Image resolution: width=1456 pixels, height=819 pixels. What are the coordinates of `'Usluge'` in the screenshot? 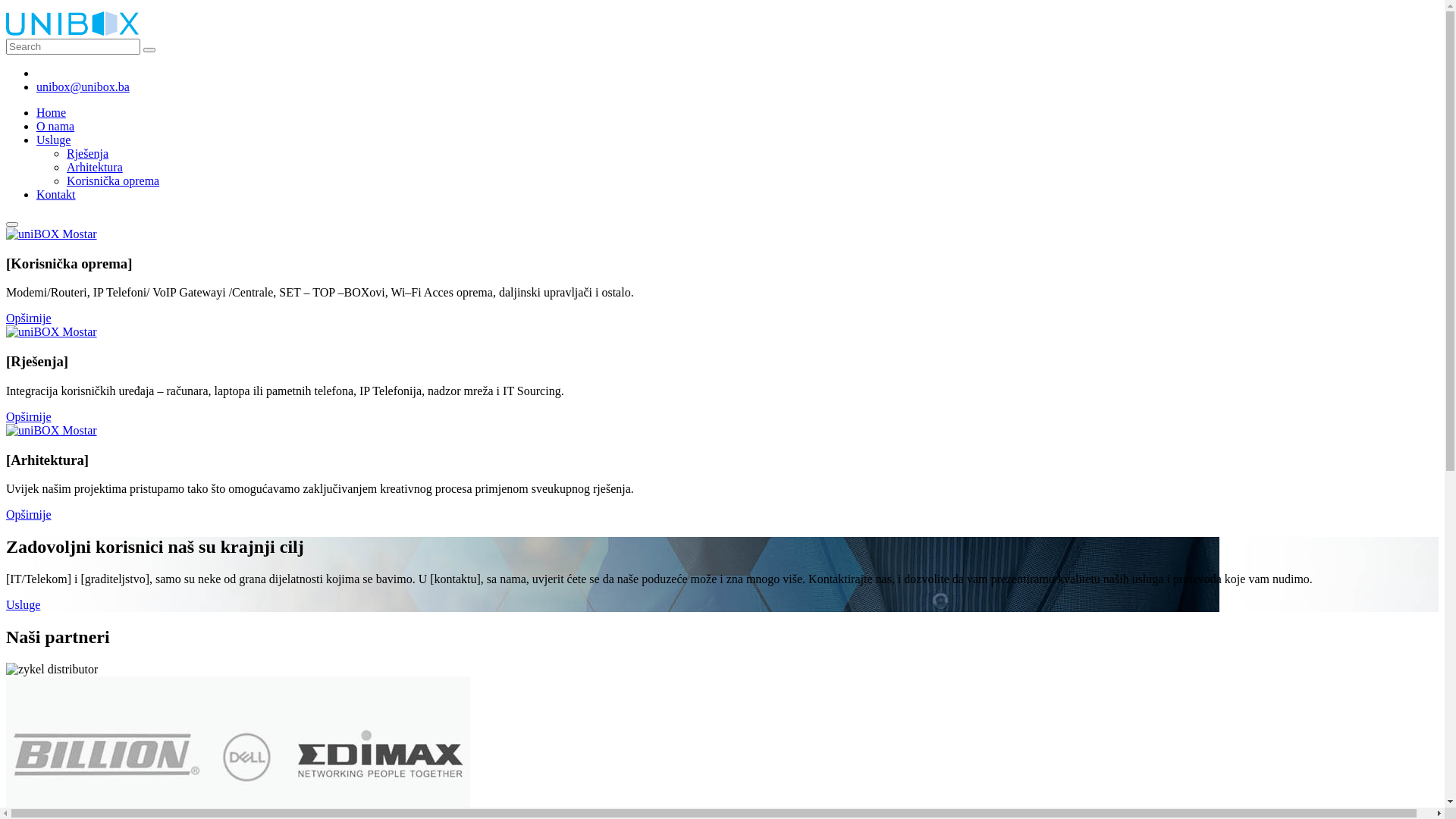 It's located at (23, 604).